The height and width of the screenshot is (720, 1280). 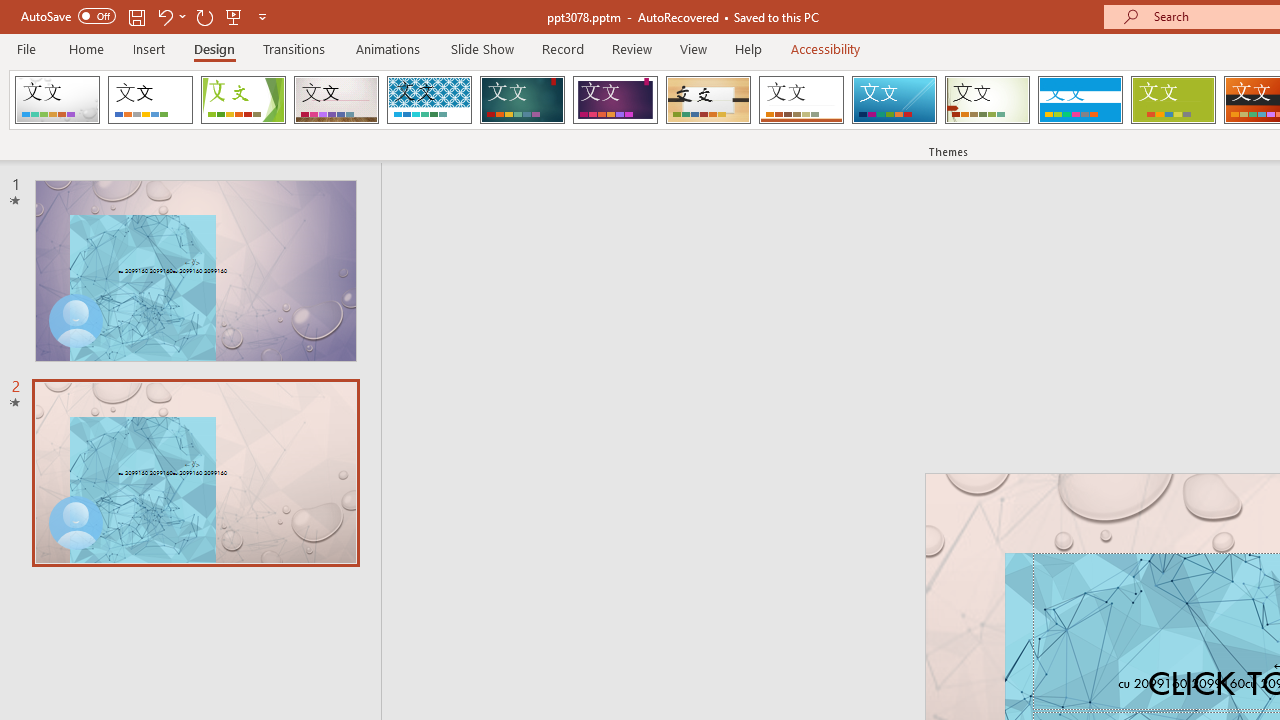 I want to click on 'Office Theme', so click(x=149, y=100).